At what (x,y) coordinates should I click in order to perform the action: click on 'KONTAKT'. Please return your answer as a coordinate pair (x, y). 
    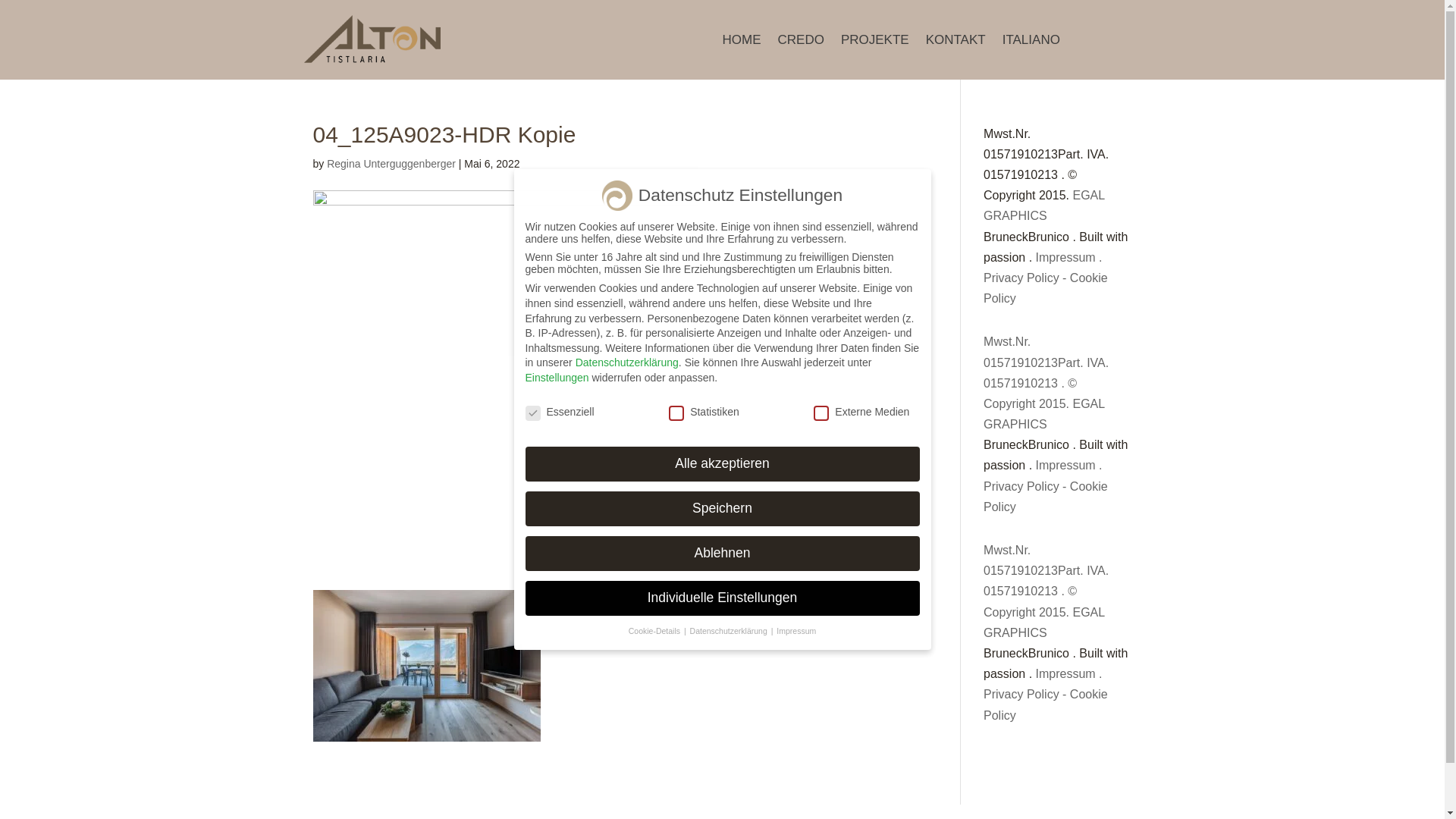
    Looking at the image, I should click on (955, 42).